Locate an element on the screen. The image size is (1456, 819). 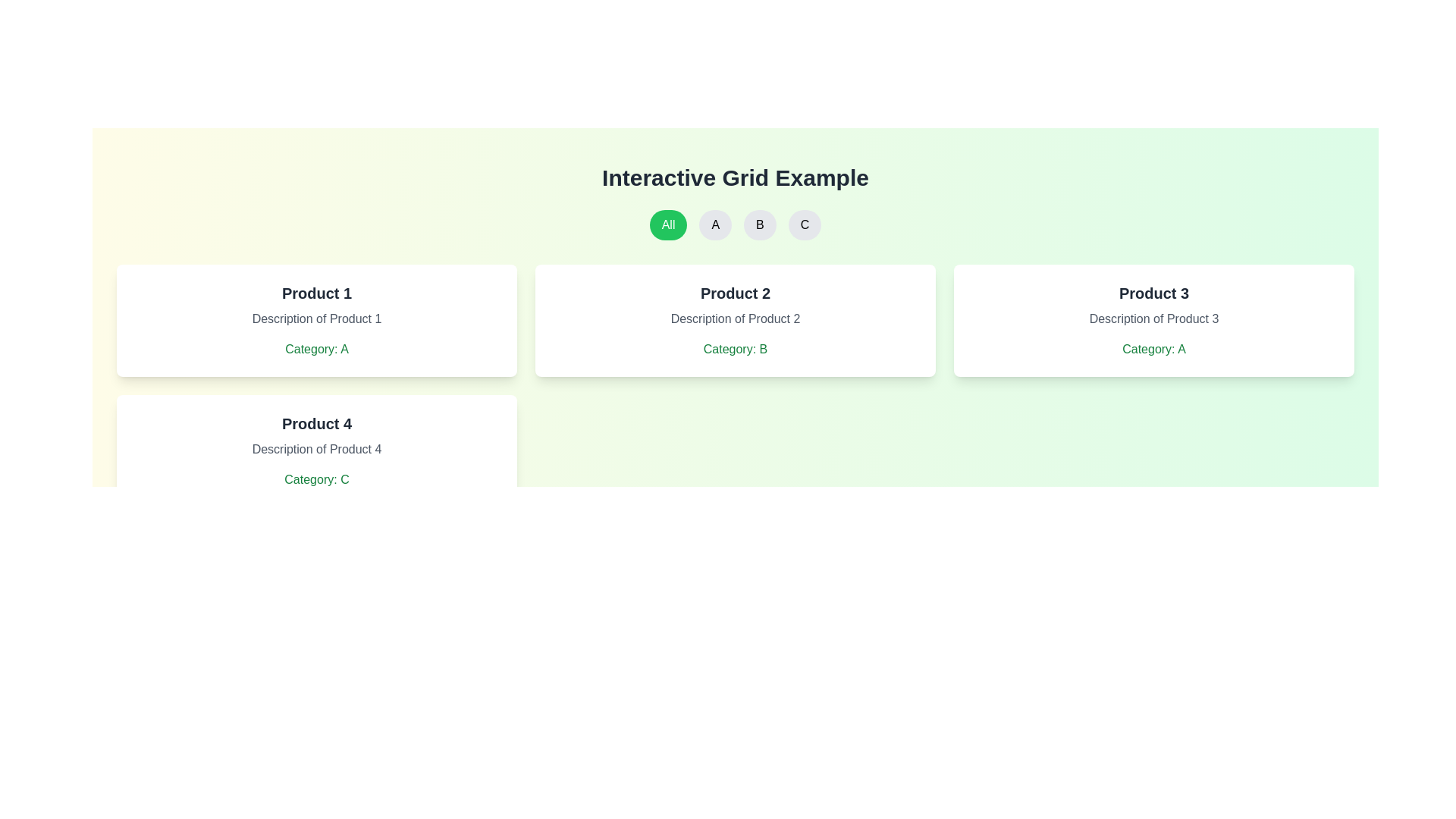
the surrounding context is located at coordinates (315, 450).